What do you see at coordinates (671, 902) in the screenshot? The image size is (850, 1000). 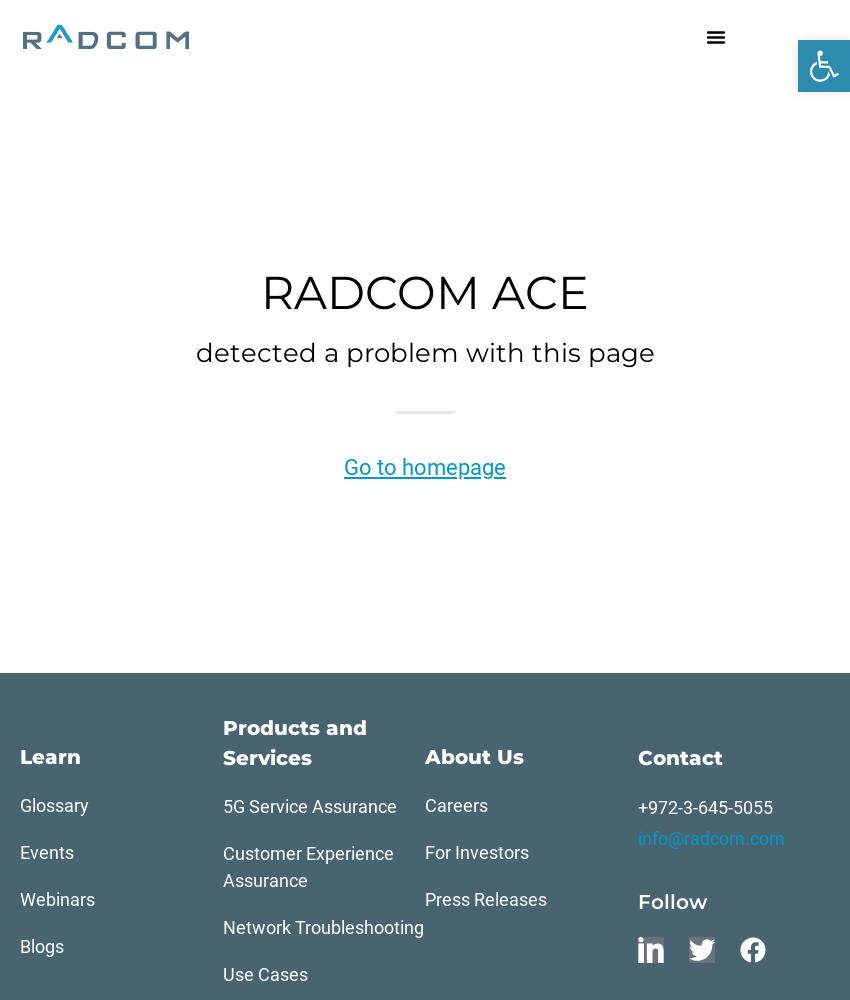 I see `'Follow'` at bounding box center [671, 902].